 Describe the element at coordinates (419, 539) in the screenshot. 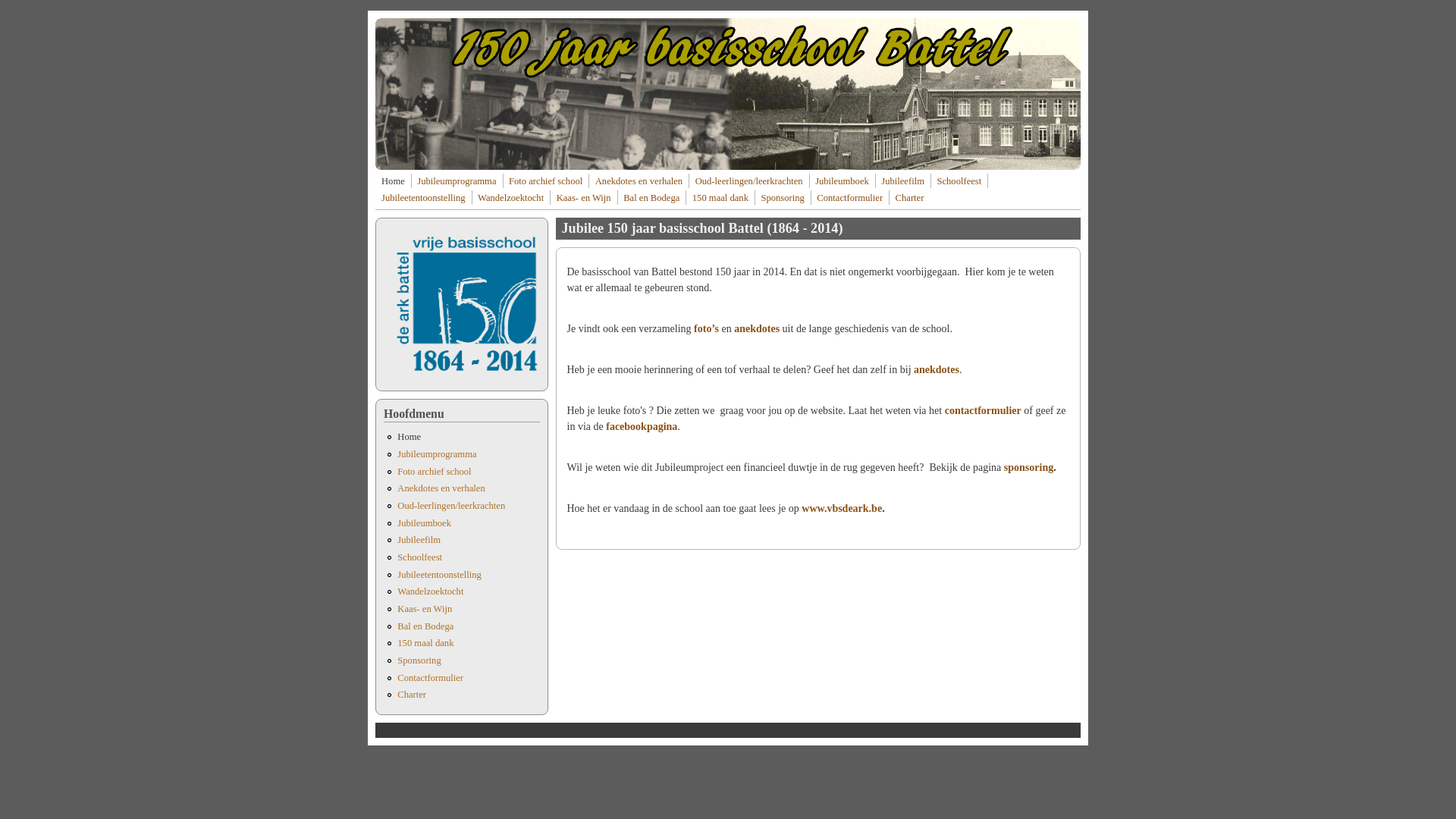

I see `'Jubileefilm'` at that location.